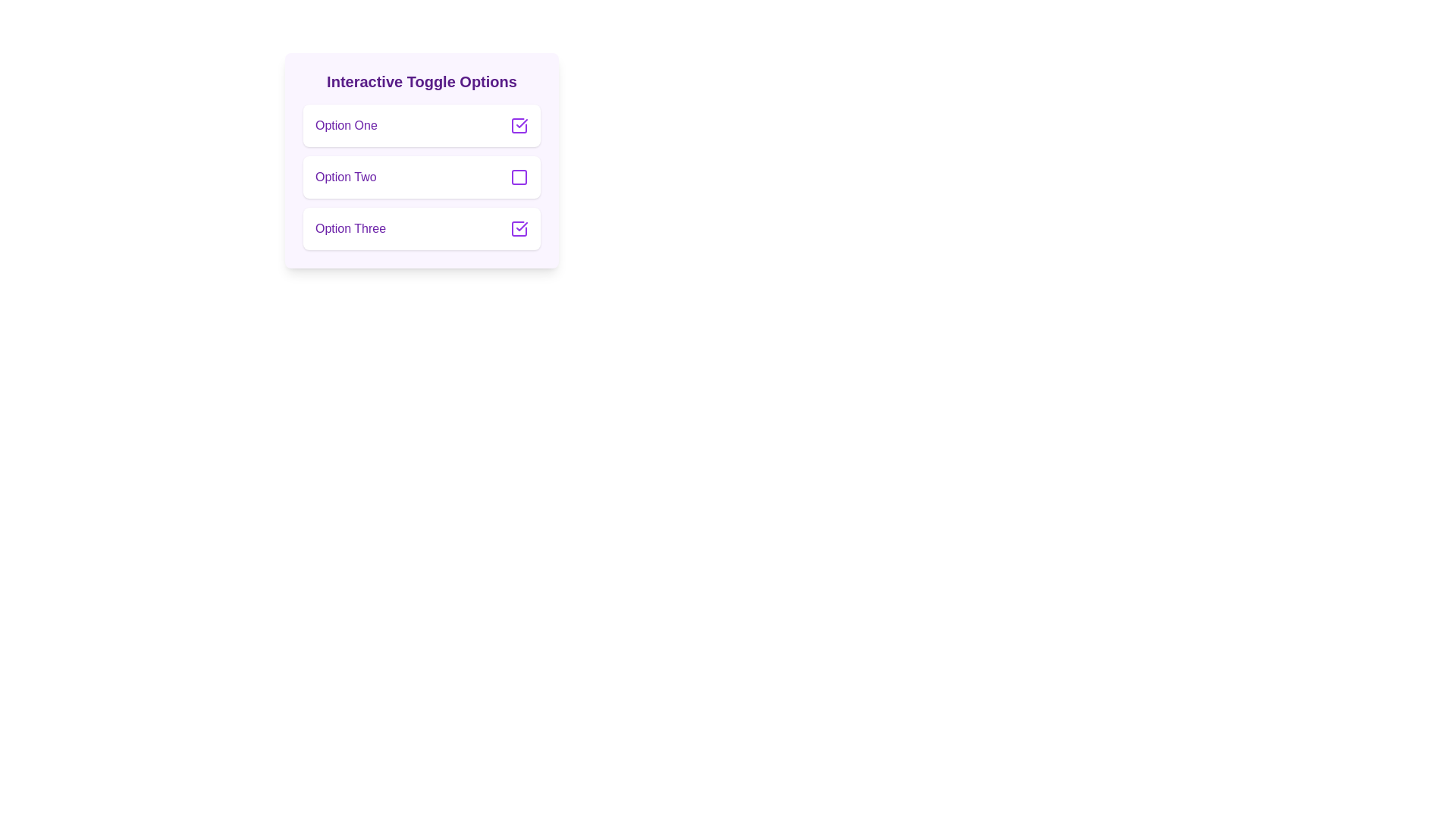  Describe the element at coordinates (345, 177) in the screenshot. I see `the Text Label displaying 'Option Two' in purple, bold, and medium-sized font, located in the second row of the 'Interactive Toggle Options' list` at that location.